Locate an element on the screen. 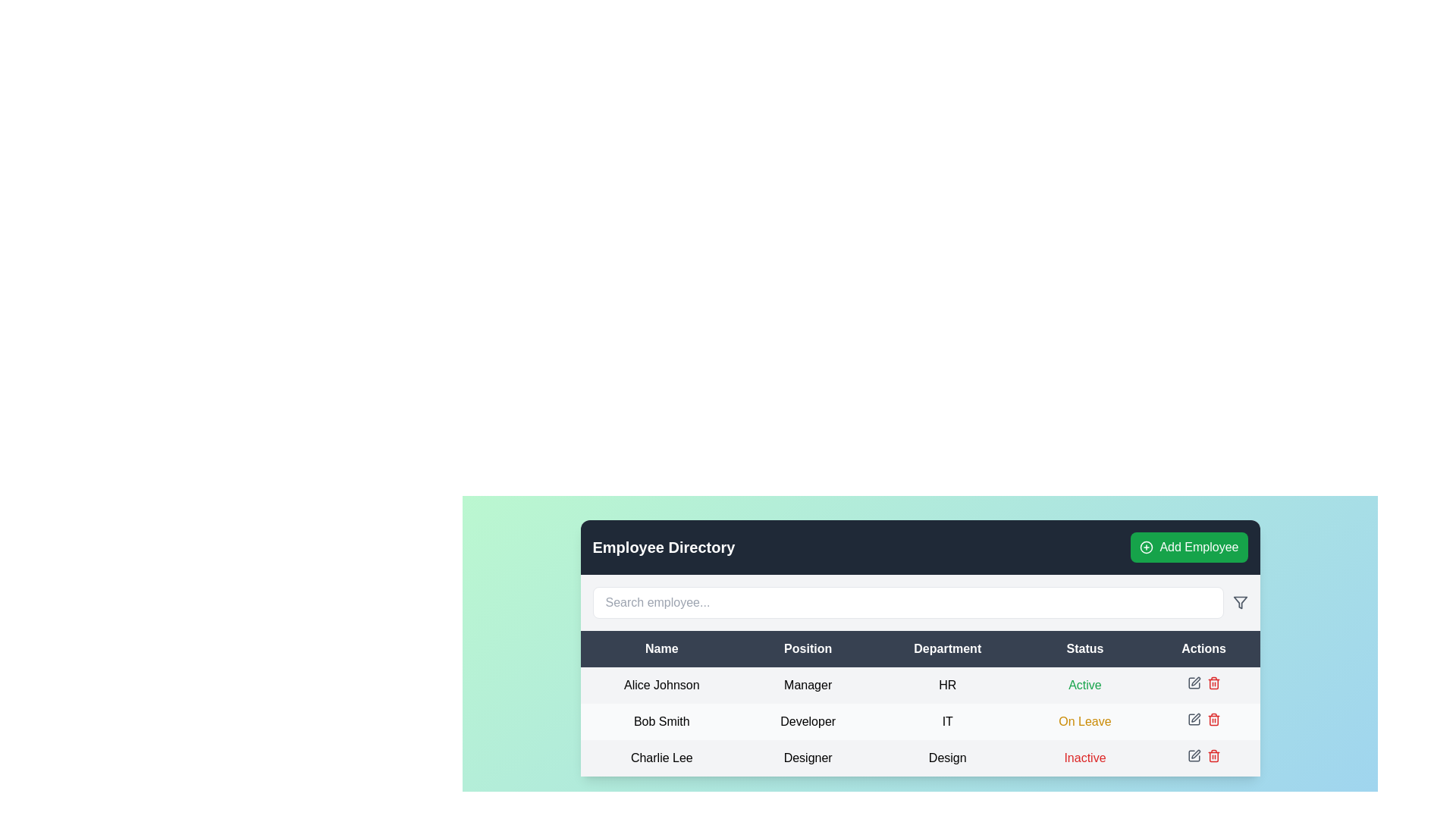 The height and width of the screenshot is (819, 1456). the square icon with a partially open top located in the 'Actions' column of the second row of the table is located at coordinates (1193, 718).